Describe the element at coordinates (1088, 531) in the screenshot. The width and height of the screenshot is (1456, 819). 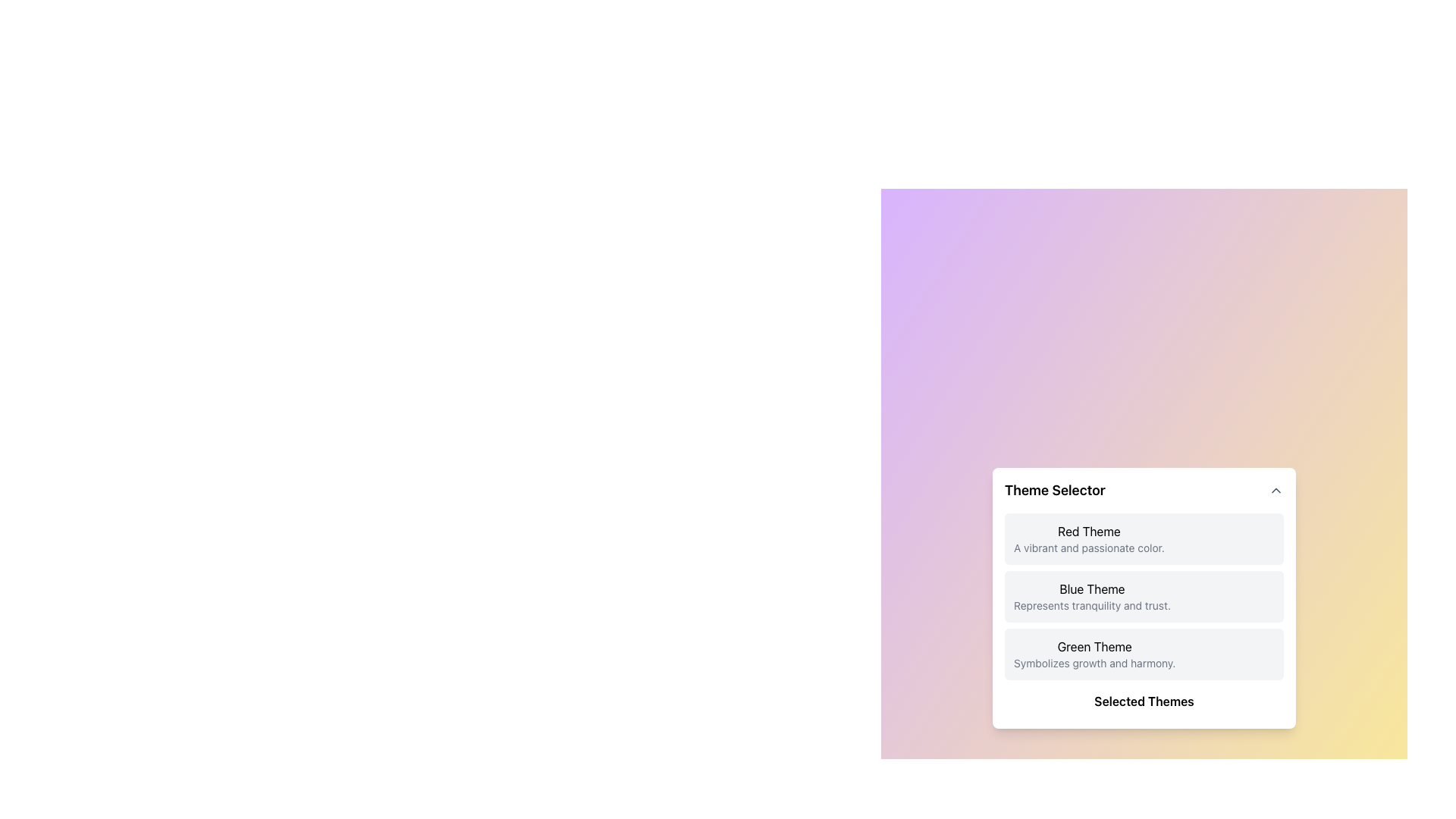
I see `the 'Red Theme' label in the theme selector menu, which serves as a title for the option and is positioned above the descriptive text` at that location.